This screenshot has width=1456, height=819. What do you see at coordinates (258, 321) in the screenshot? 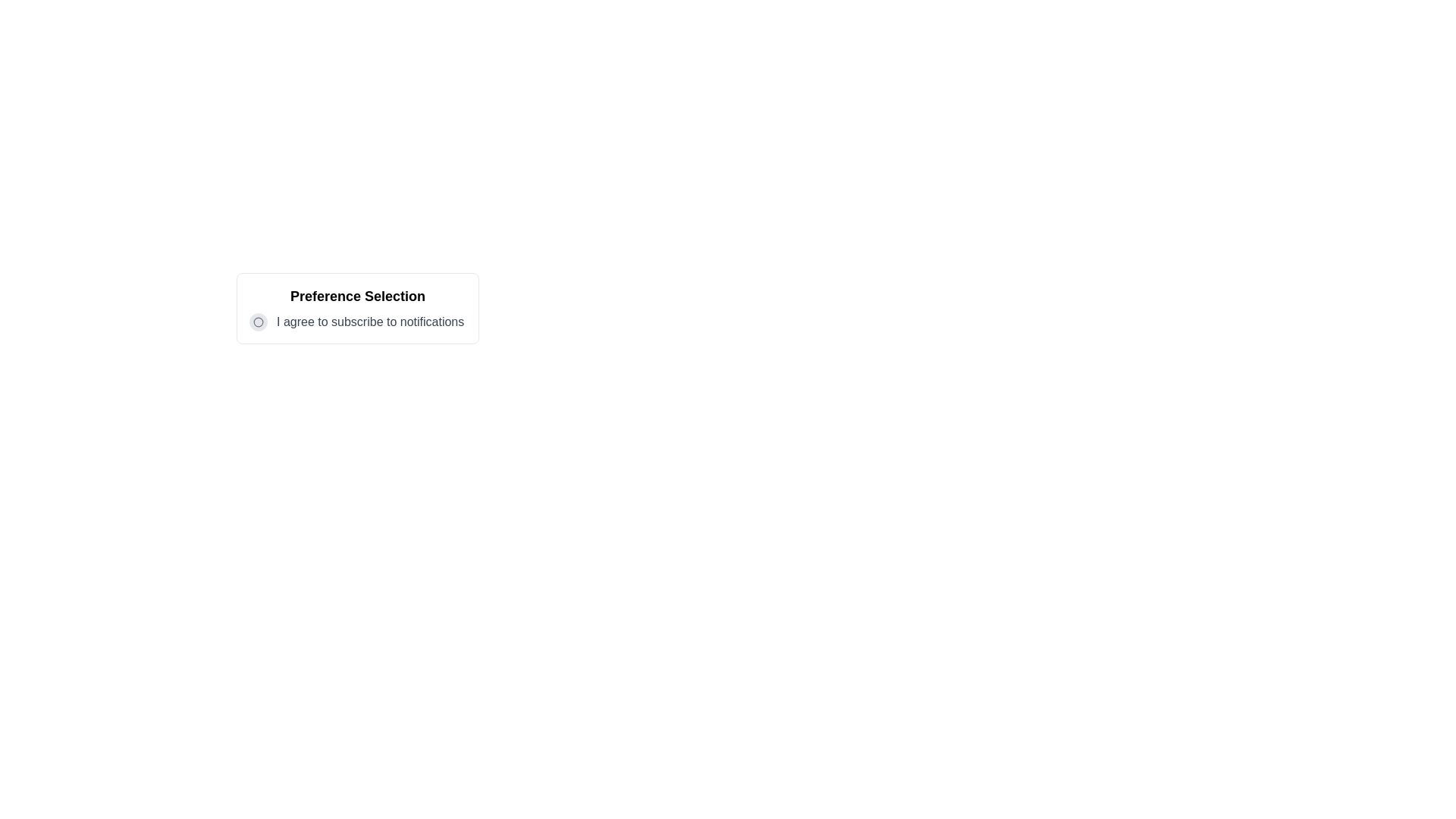
I see `the circular grey icon with a border, which is located to the left of the text 'I agree to subscribe to notifications'` at bounding box center [258, 321].